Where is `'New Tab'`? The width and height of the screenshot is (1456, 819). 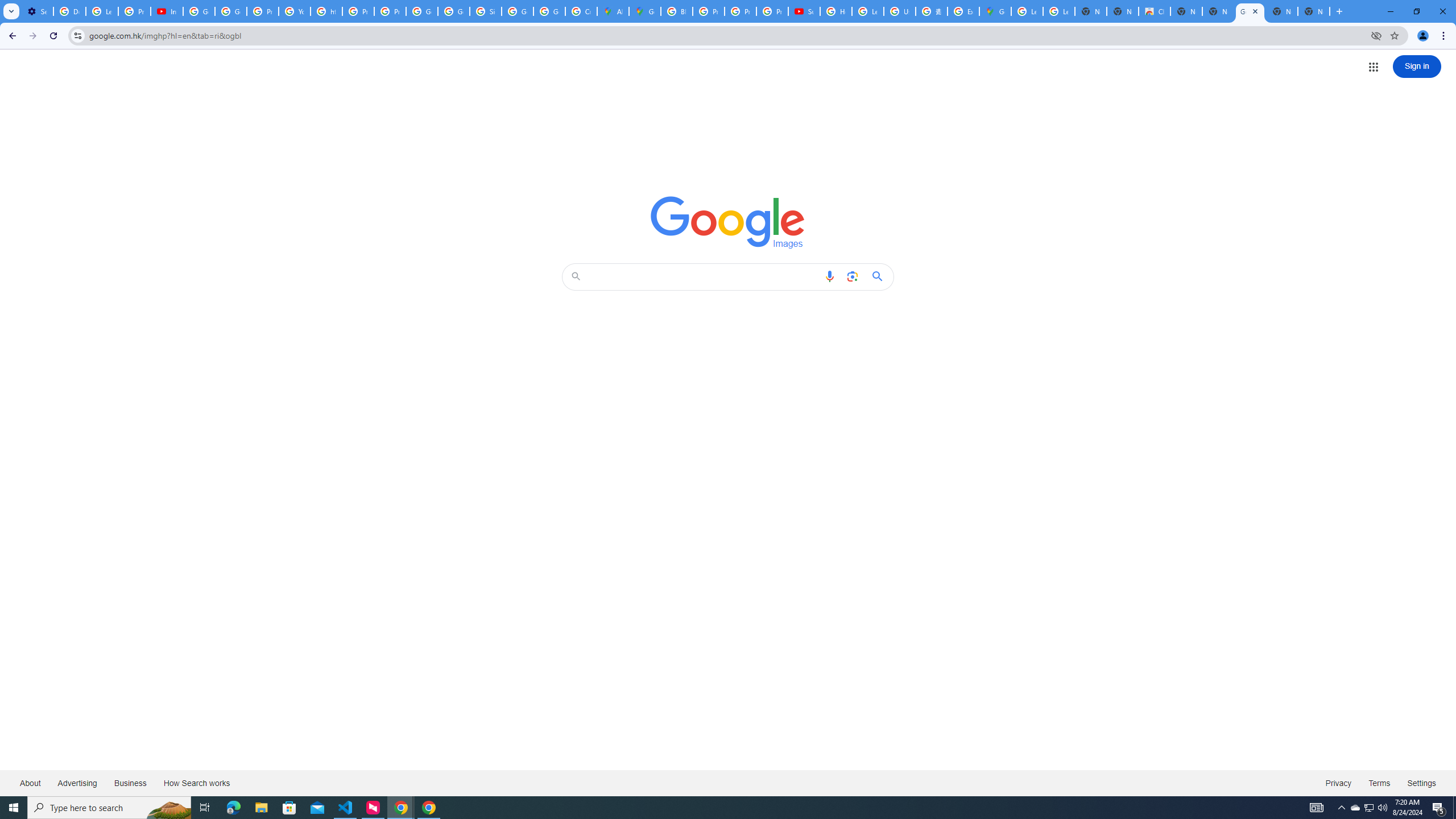 'New Tab' is located at coordinates (1314, 11).